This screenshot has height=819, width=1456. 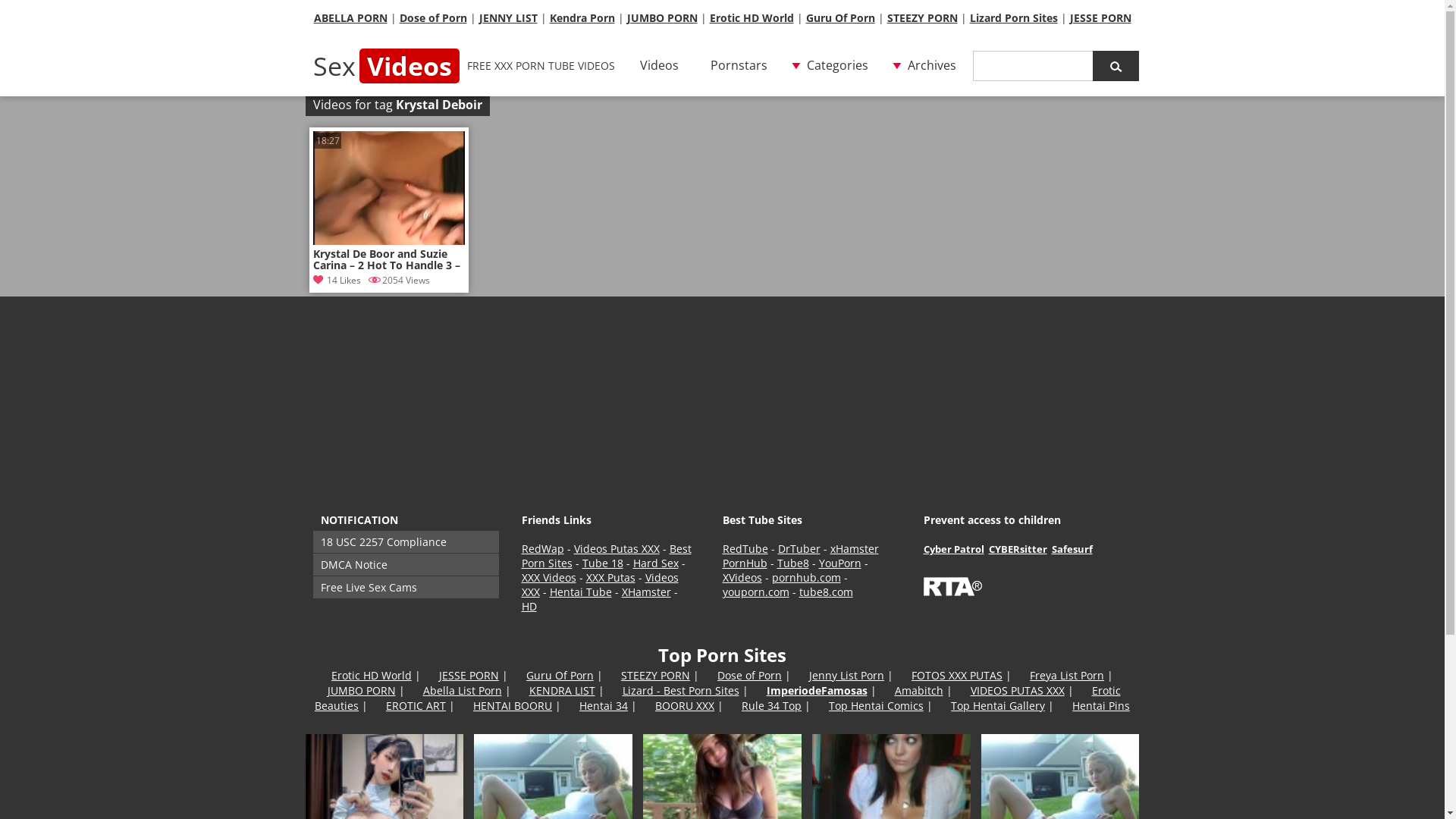 What do you see at coordinates (479, 17) in the screenshot?
I see `'JENNY LIST'` at bounding box center [479, 17].